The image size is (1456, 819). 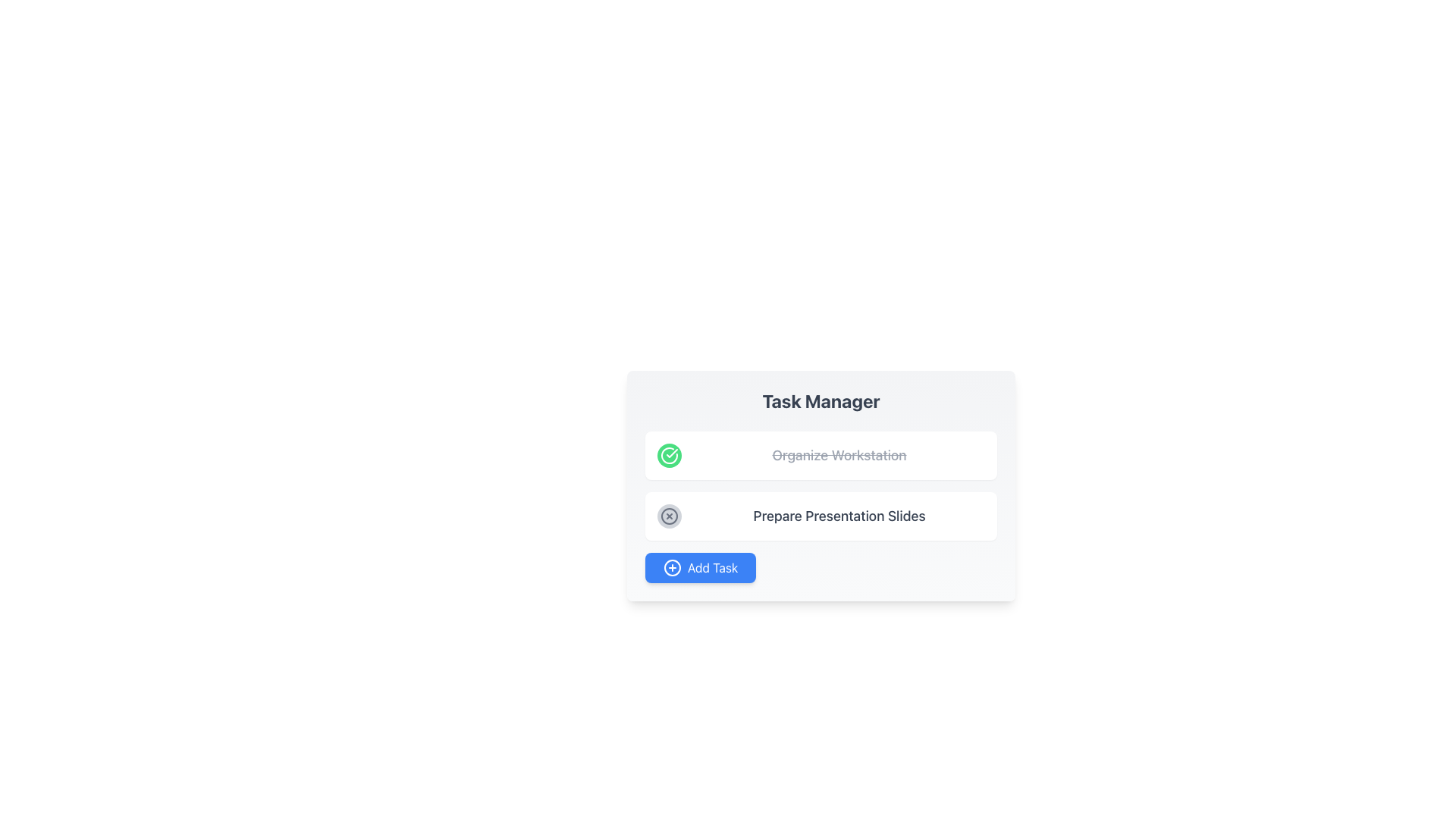 I want to click on the toggle button for the 'Organize Workstation' task, so click(x=669, y=455).